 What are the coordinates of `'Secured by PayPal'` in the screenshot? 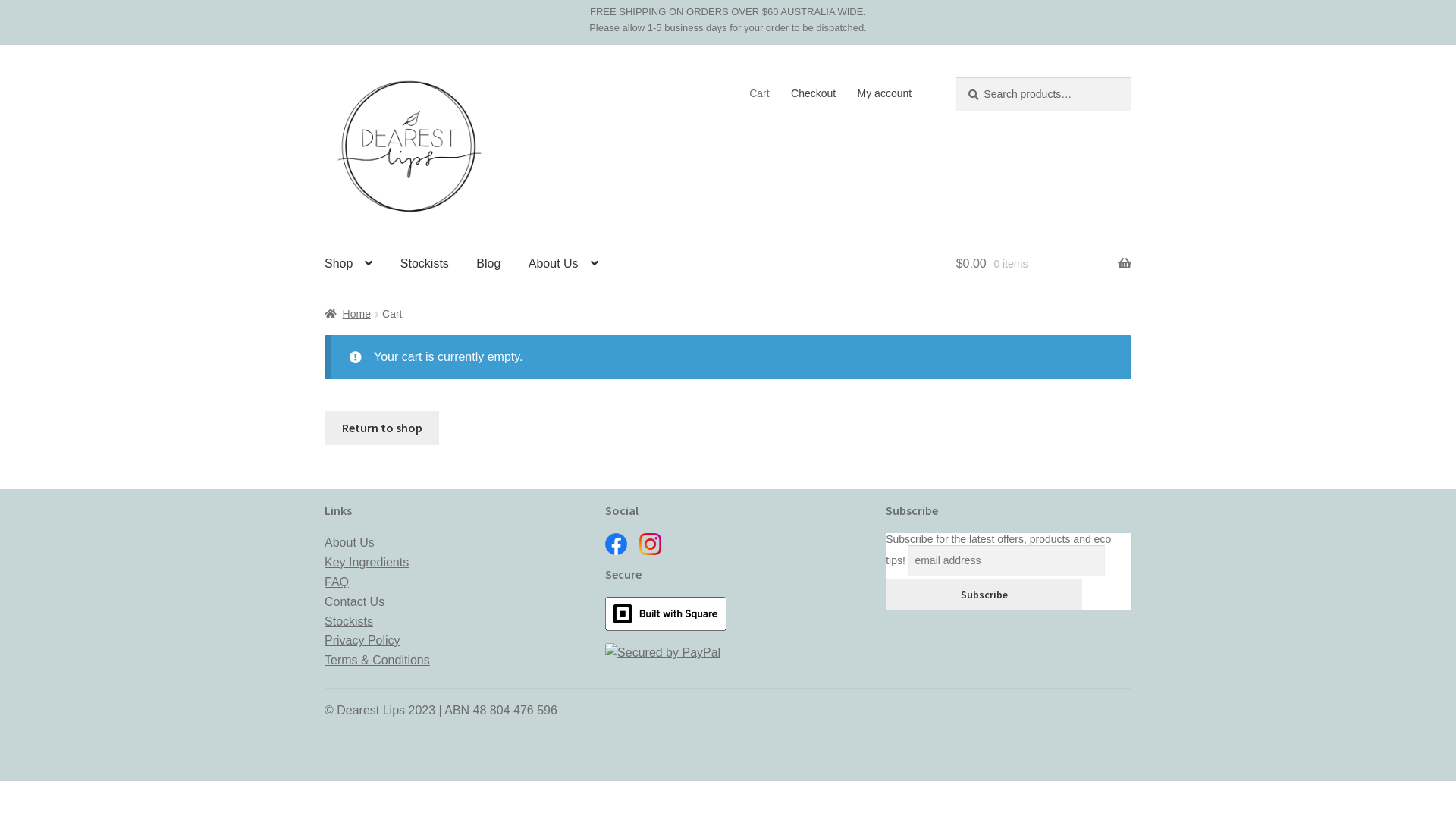 It's located at (728, 651).